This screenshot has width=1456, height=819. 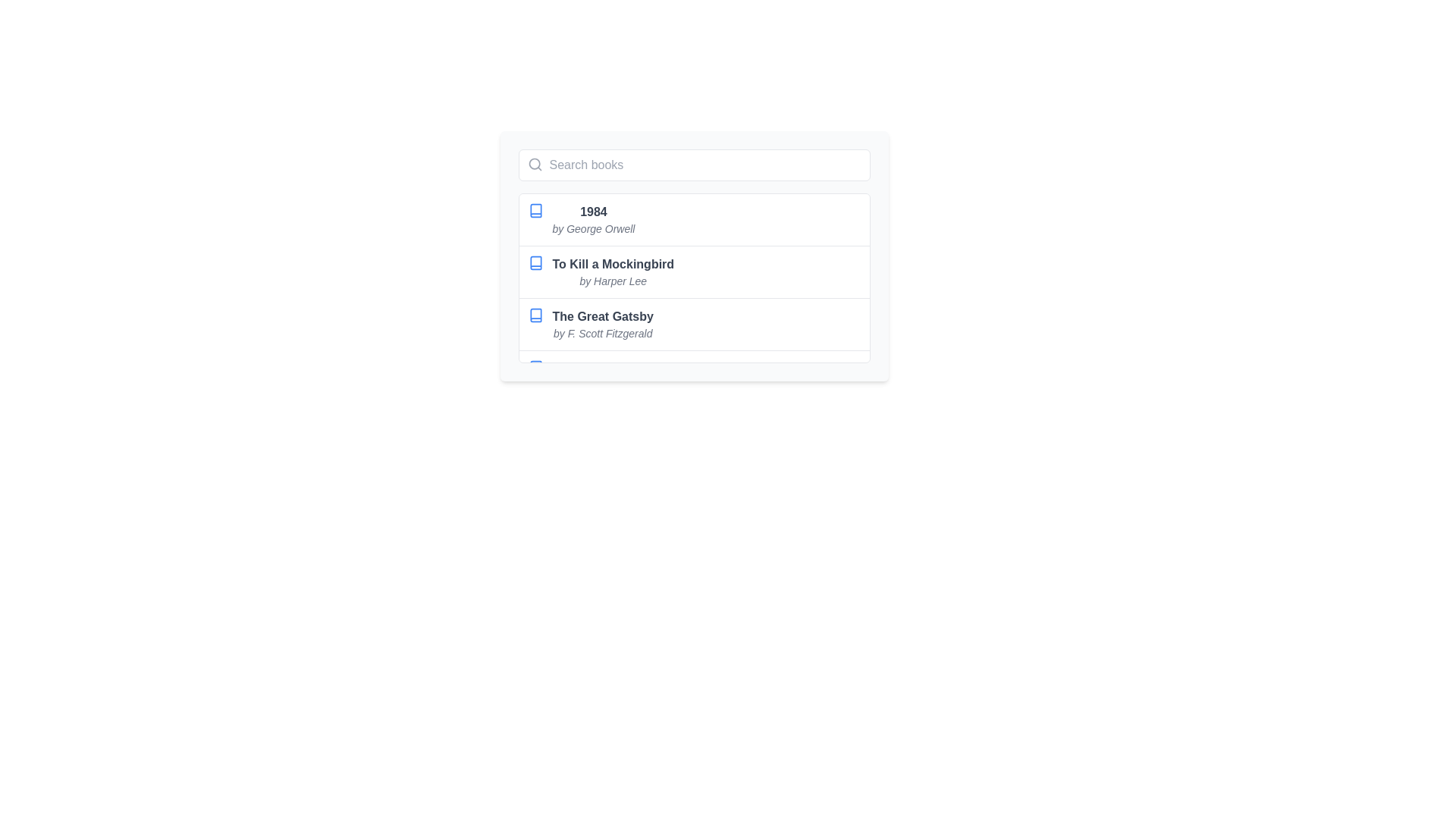 I want to click on the SVG icon representing a book located at the lower left corner of the panel listing books, so click(x=535, y=368).